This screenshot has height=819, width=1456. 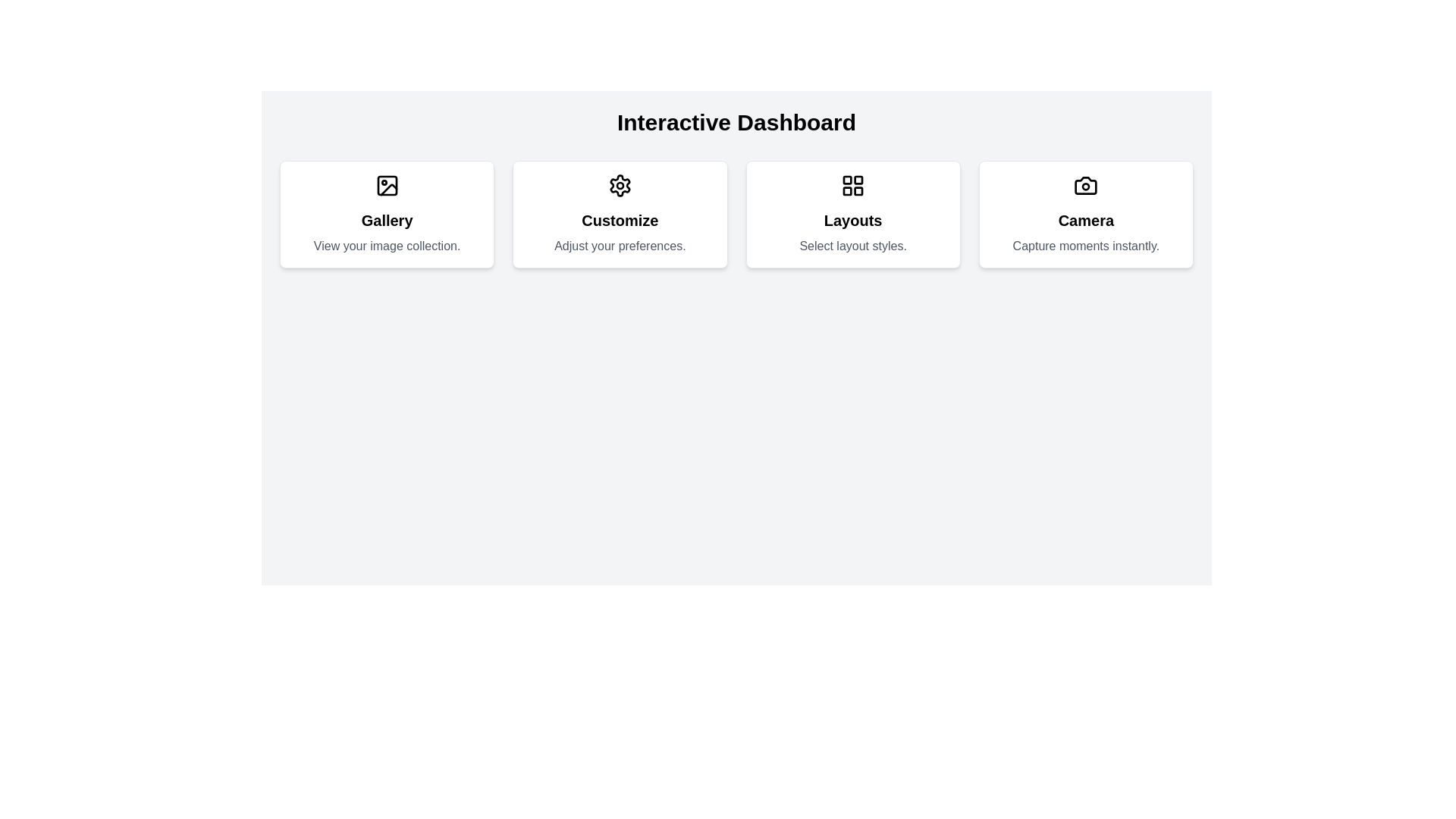 What do you see at coordinates (387, 245) in the screenshot?
I see `the static text label displaying 'View your image collection.' located within the 'Gallery' card` at bounding box center [387, 245].